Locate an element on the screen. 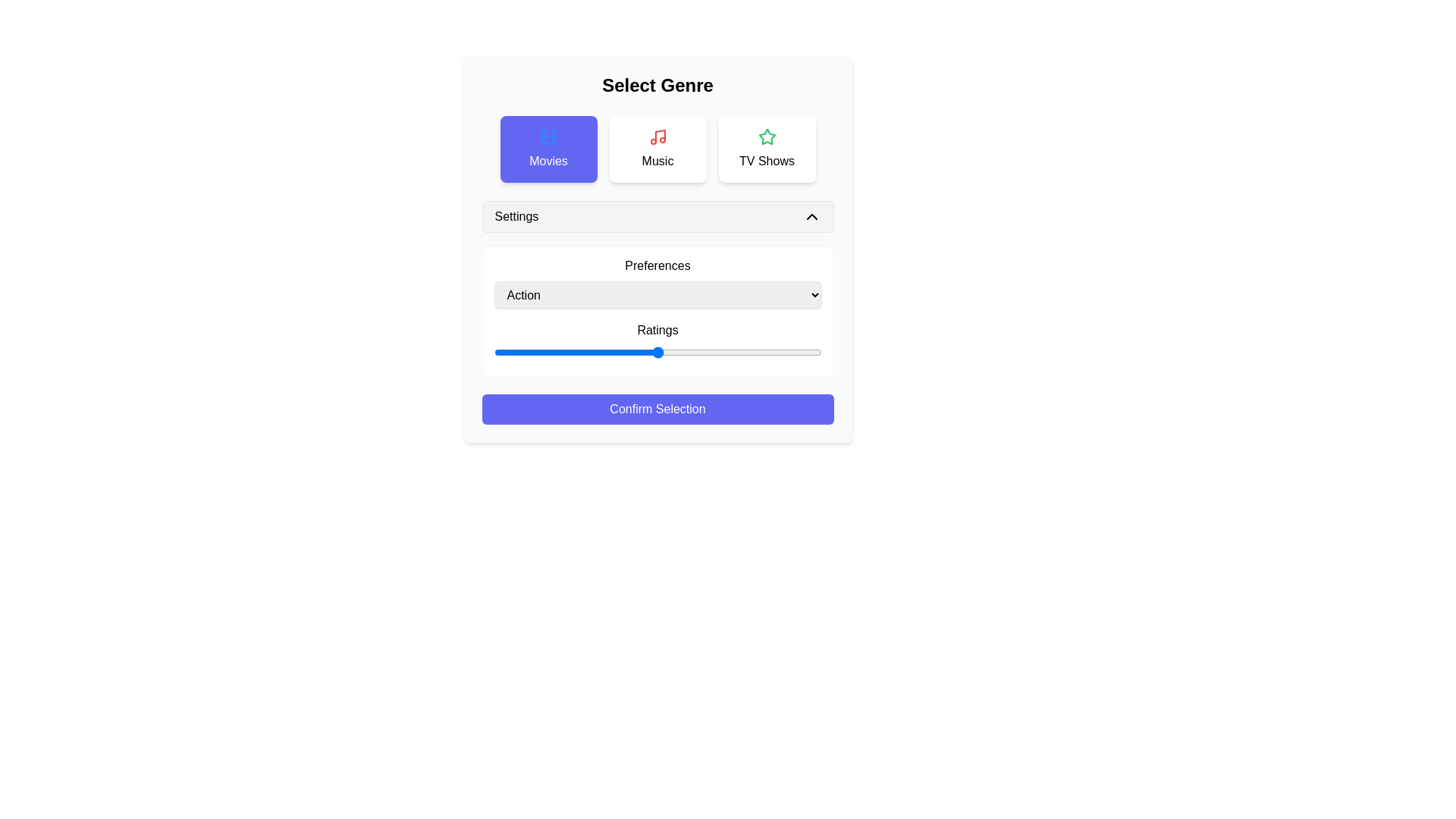 The image size is (1456, 819). the rating is located at coordinates (558, 353).